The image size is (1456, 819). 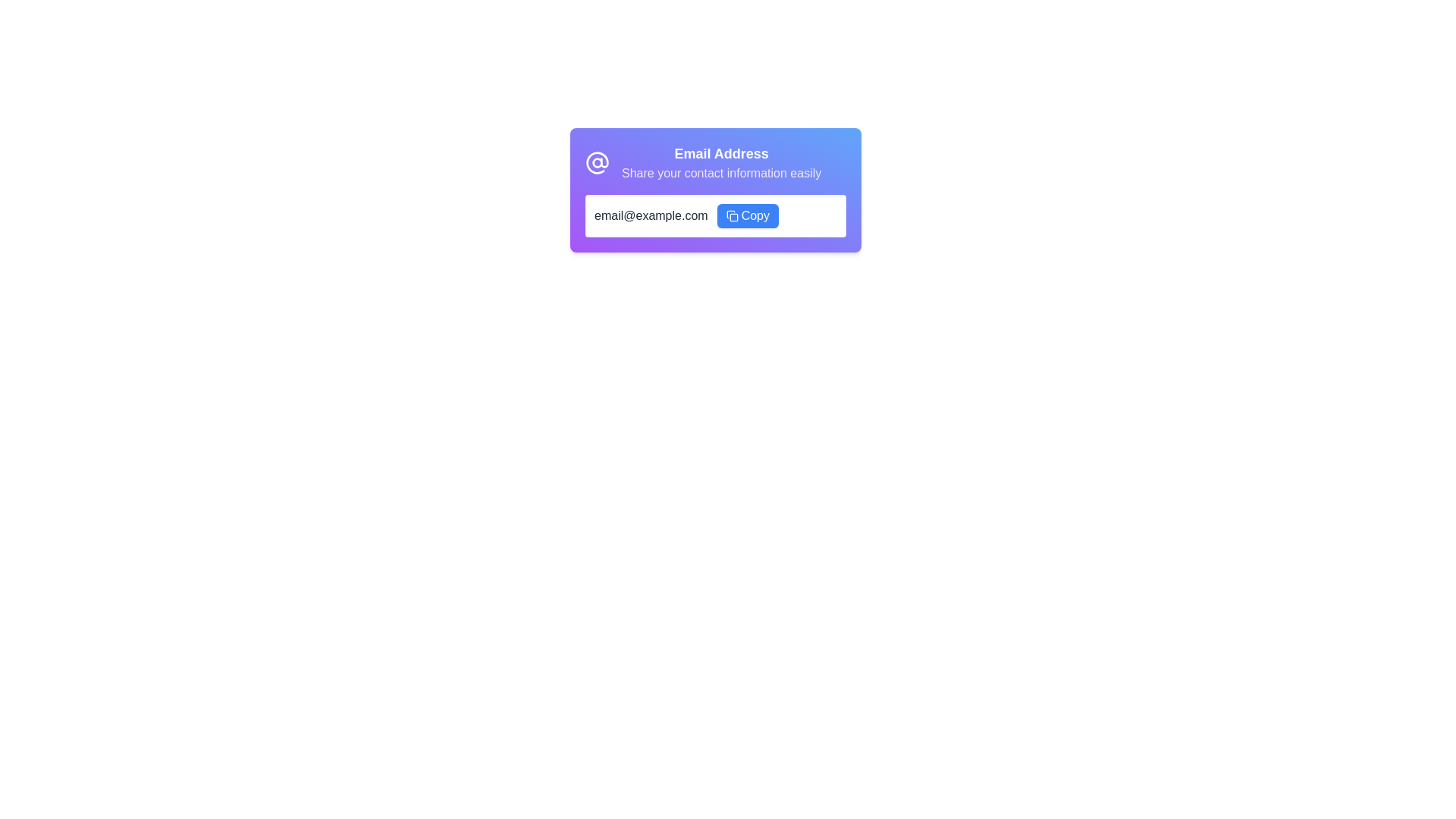 I want to click on the decorative rectangle icon that is part of the 'Copy' button, which represents a copy action, so click(x=733, y=217).